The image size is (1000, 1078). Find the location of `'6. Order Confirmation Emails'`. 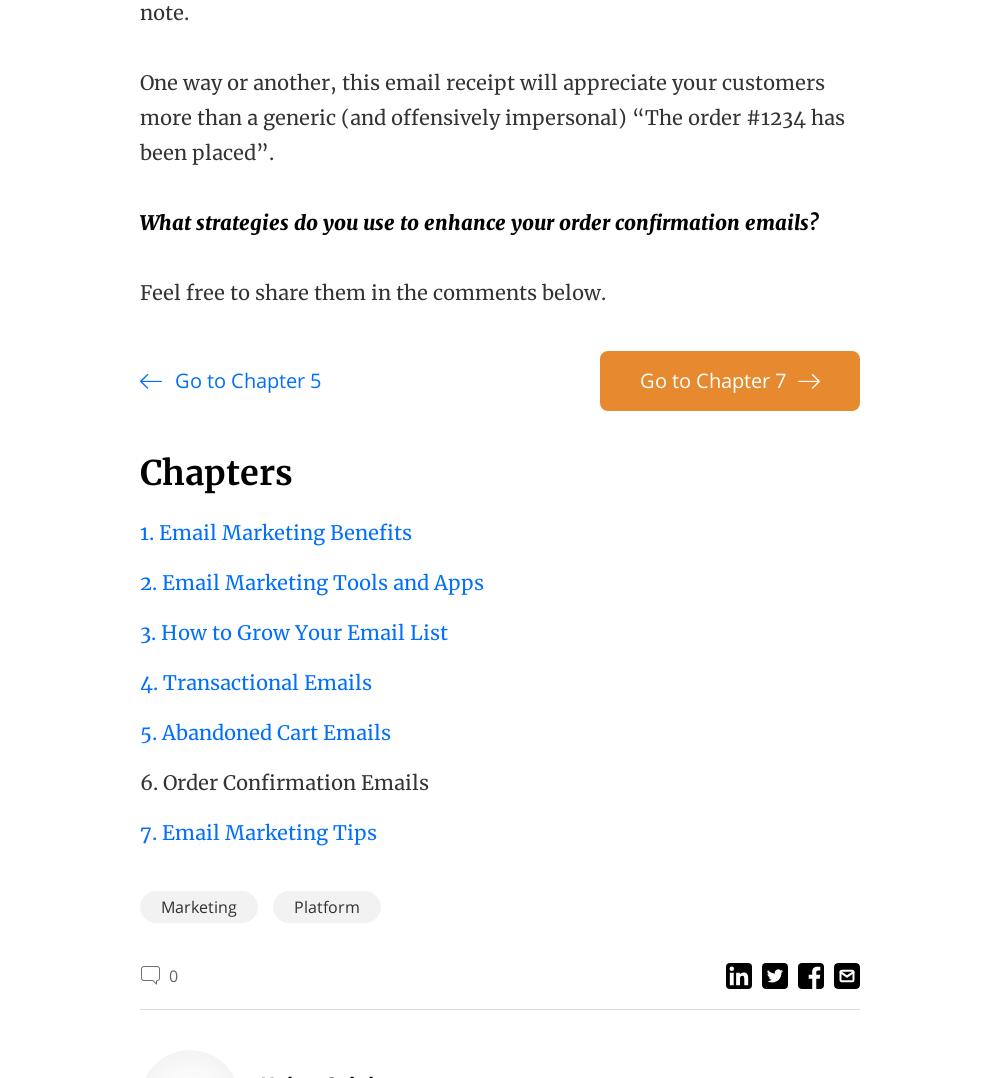

'6. Order Confirmation Emails' is located at coordinates (140, 781).